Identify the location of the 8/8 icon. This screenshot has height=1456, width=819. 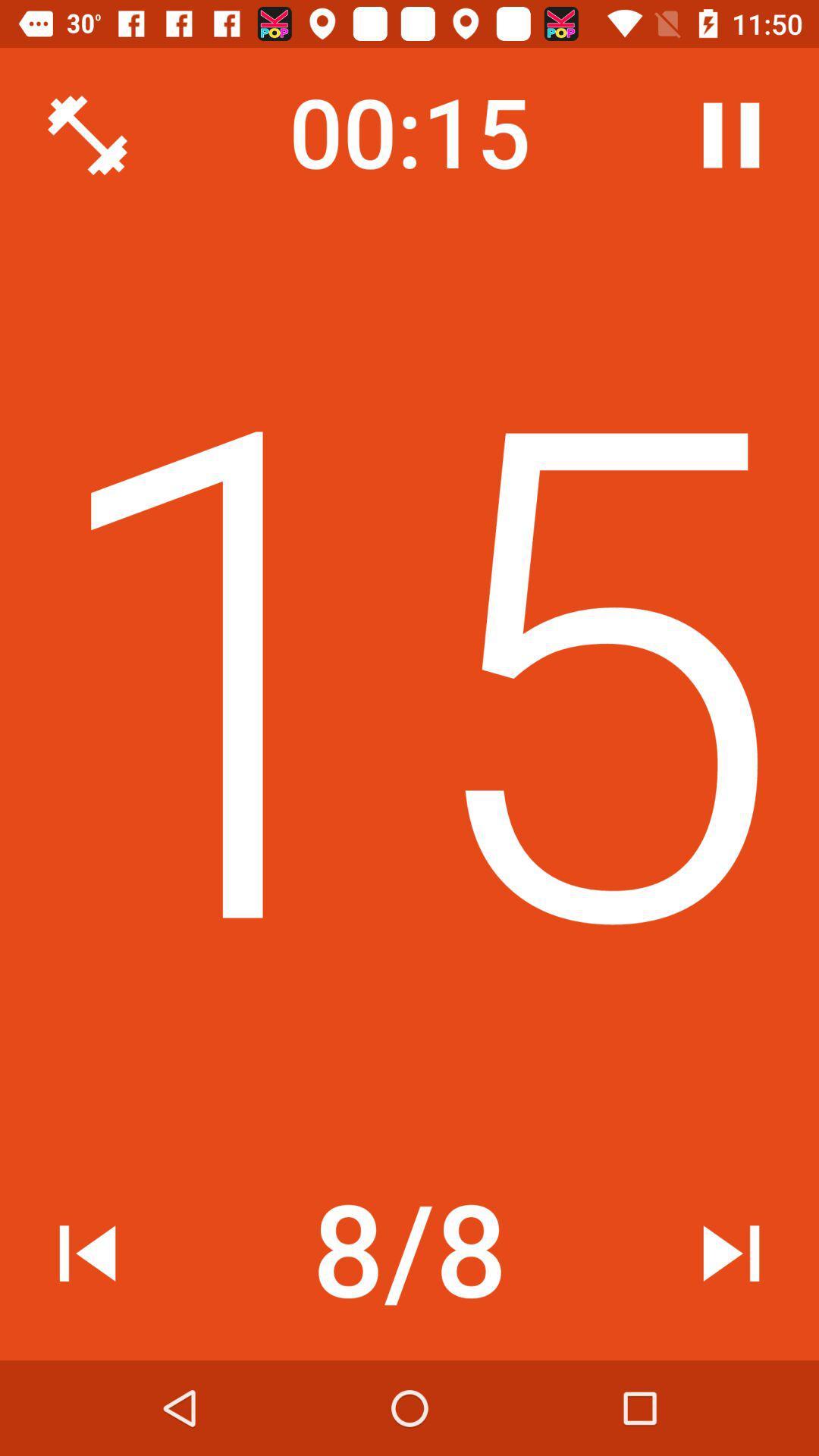
(409, 1254).